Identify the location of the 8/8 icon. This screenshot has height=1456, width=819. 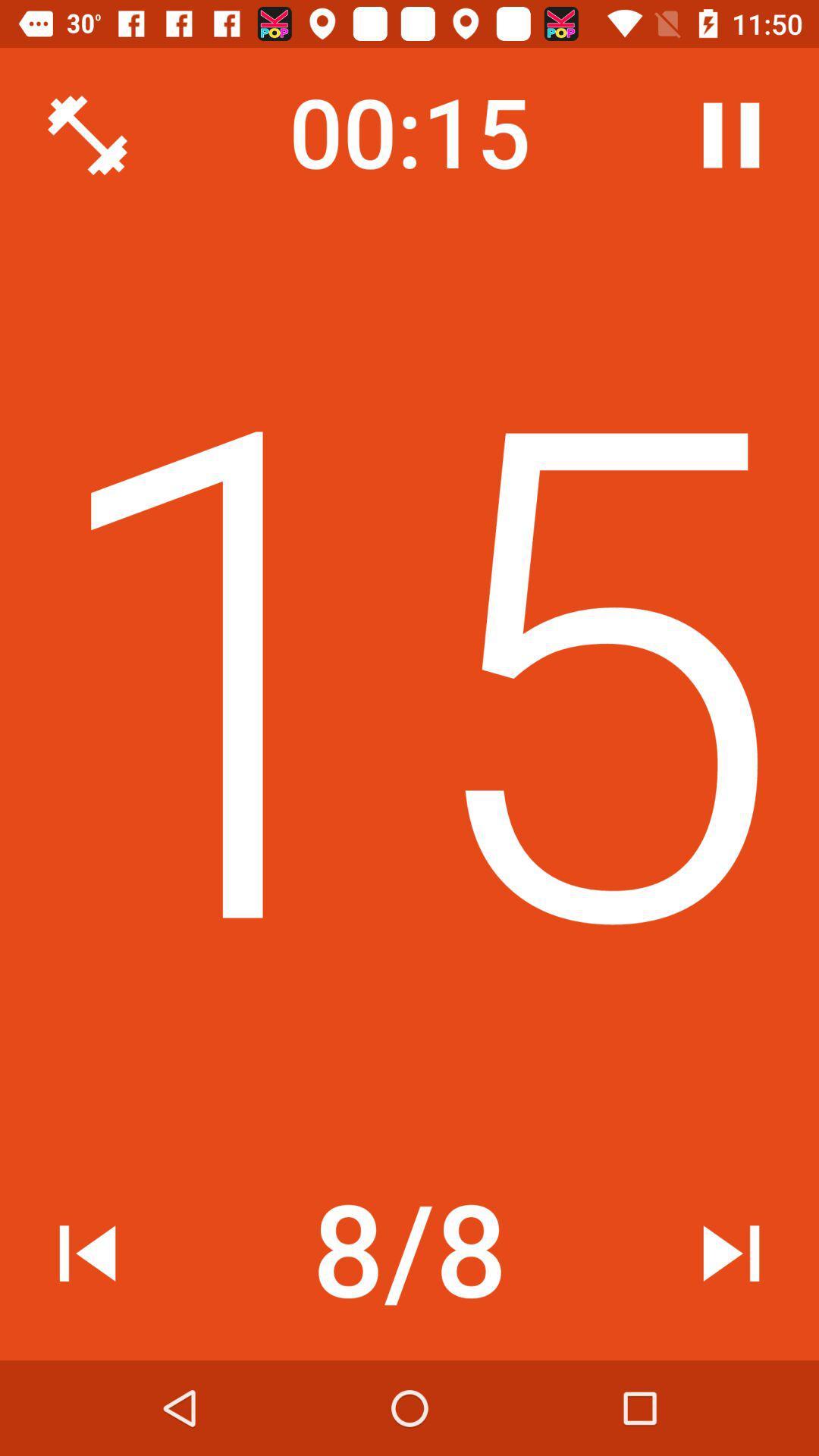
(409, 1254).